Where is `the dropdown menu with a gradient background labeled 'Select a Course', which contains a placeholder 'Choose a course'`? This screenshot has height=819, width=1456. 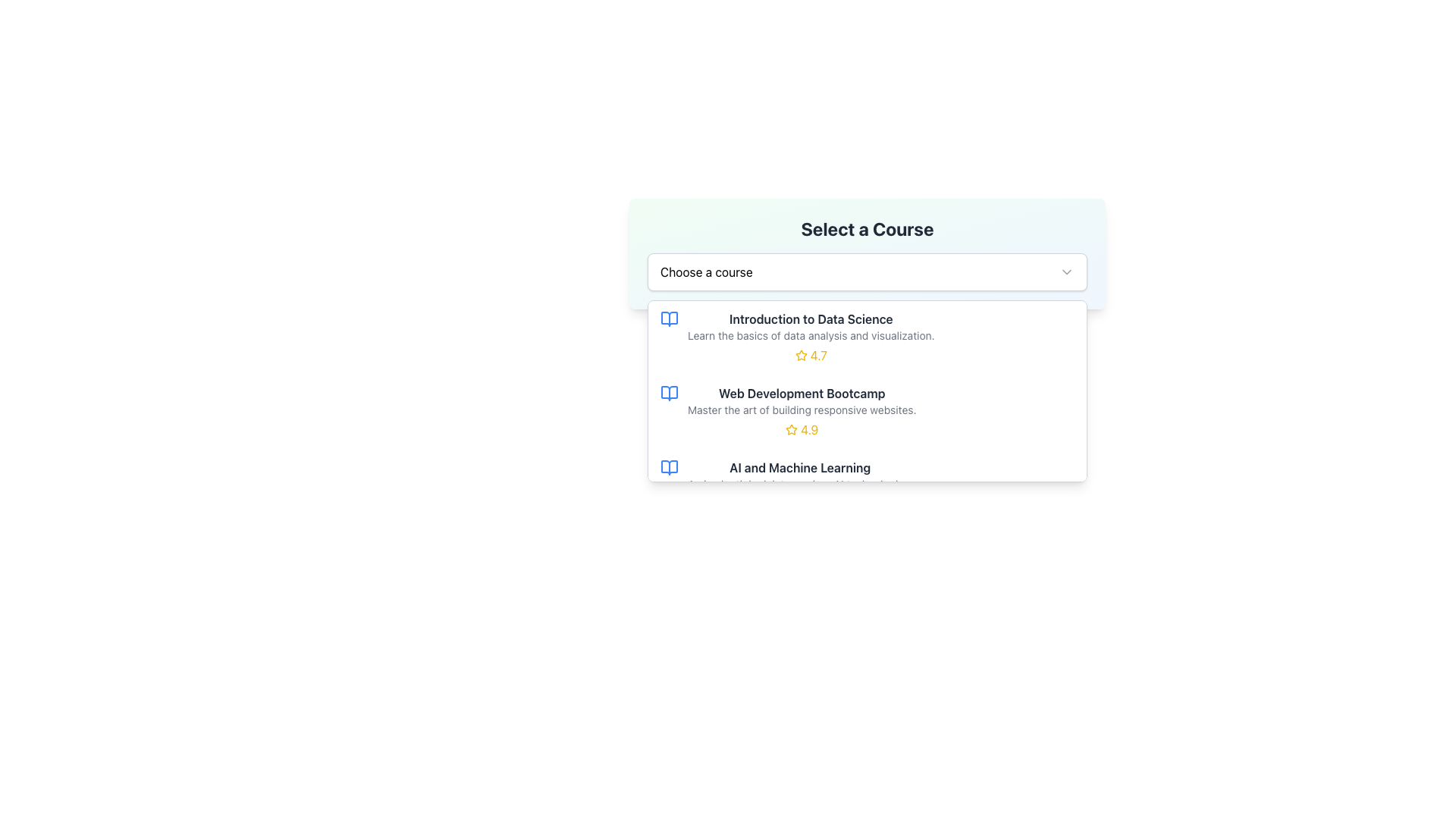
the dropdown menu with a gradient background labeled 'Select a Course', which contains a placeholder 'Choose a course' is located at coordinates (867, 253).